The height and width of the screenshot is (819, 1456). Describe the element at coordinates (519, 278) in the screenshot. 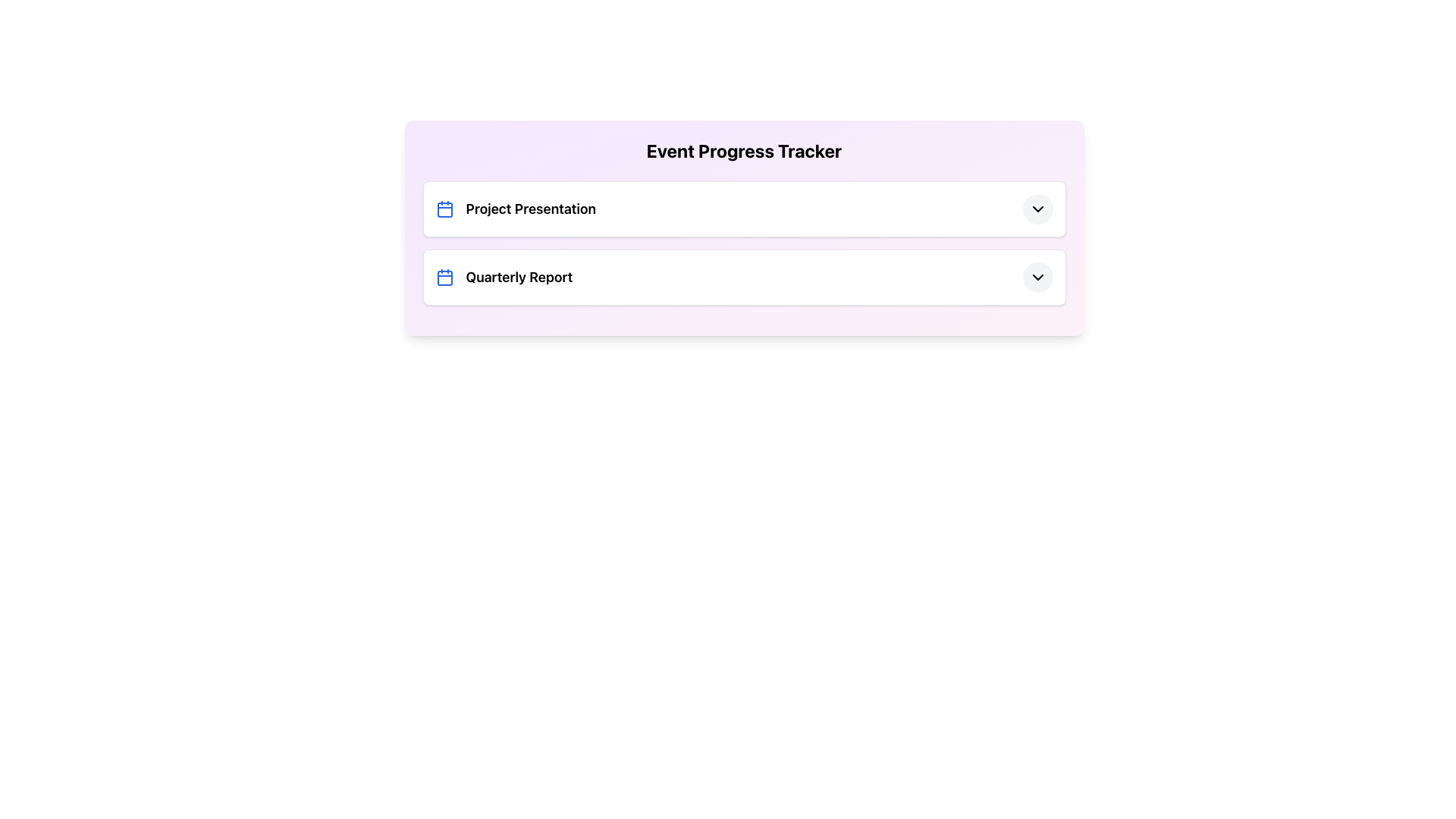

I see `the text label that displays the title for the list item associated with the 'Quarterly Report' in the 'Event Progress Tracker' section` at that location.